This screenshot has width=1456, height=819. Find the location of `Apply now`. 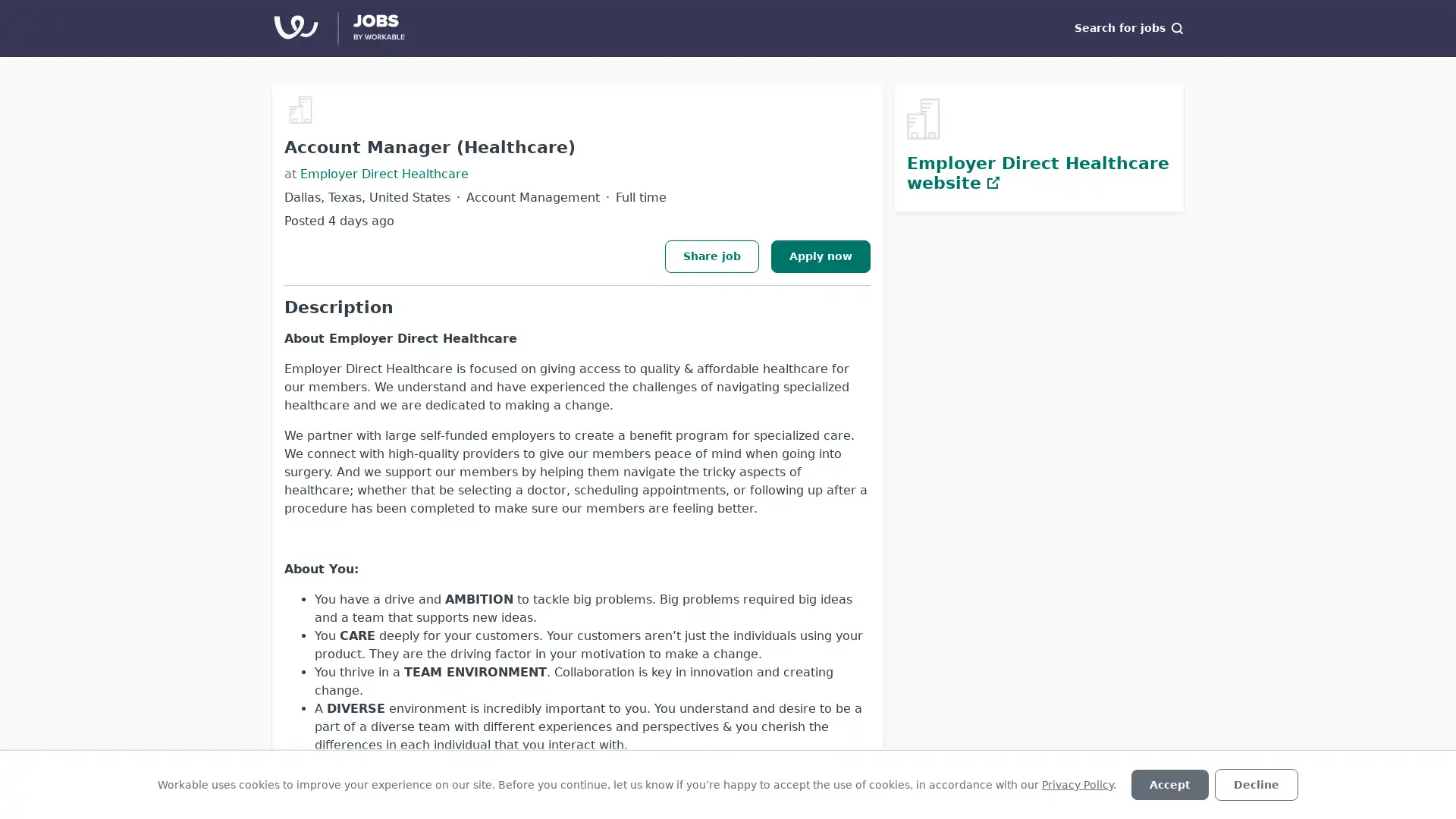

Apply now is located at coordinates (820, 255).